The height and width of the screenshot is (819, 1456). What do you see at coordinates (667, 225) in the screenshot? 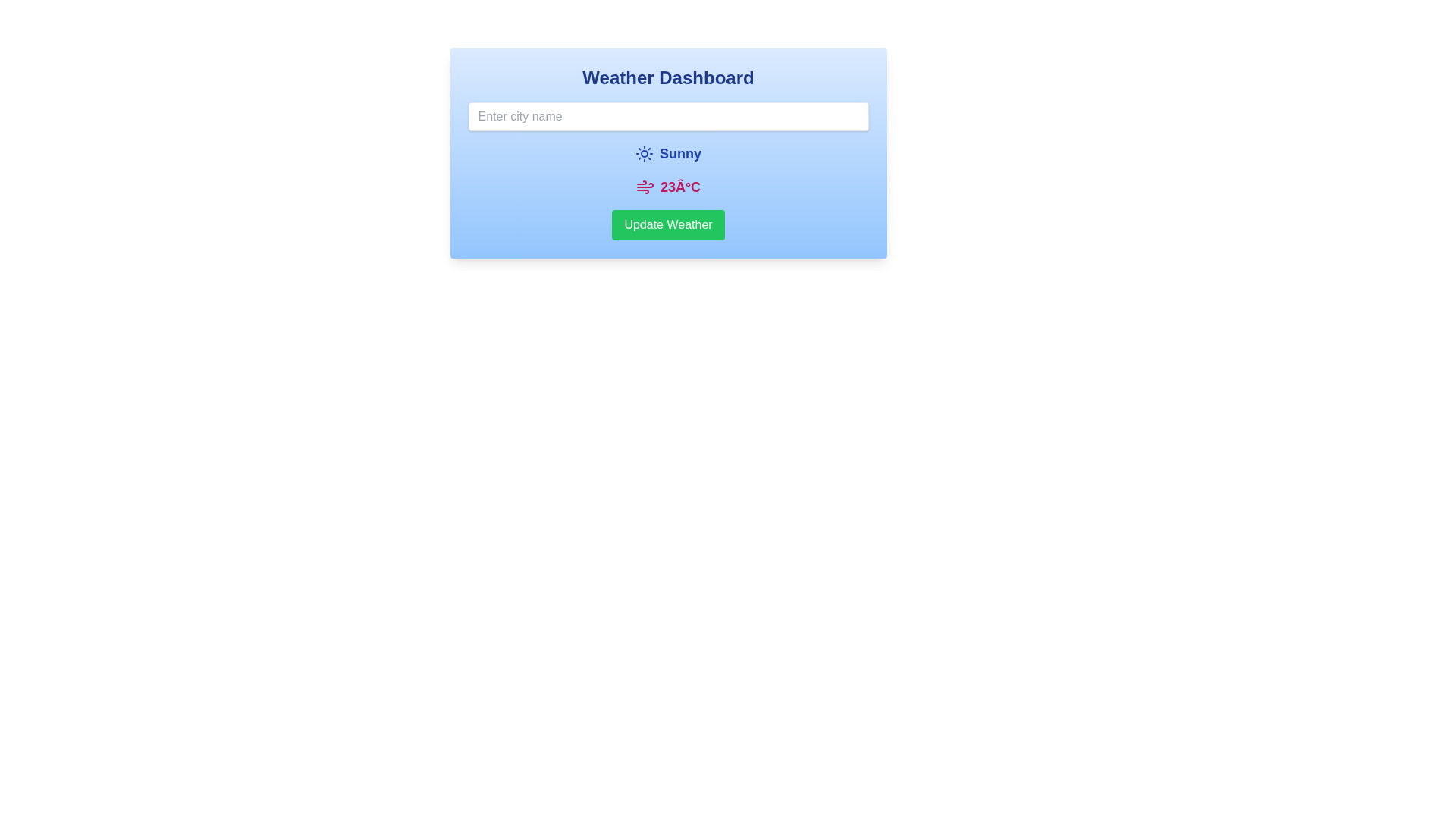
I see `the weather update button located beneath the temperature and weather status information to trigger hover effects` at bounding box center [667, 225].